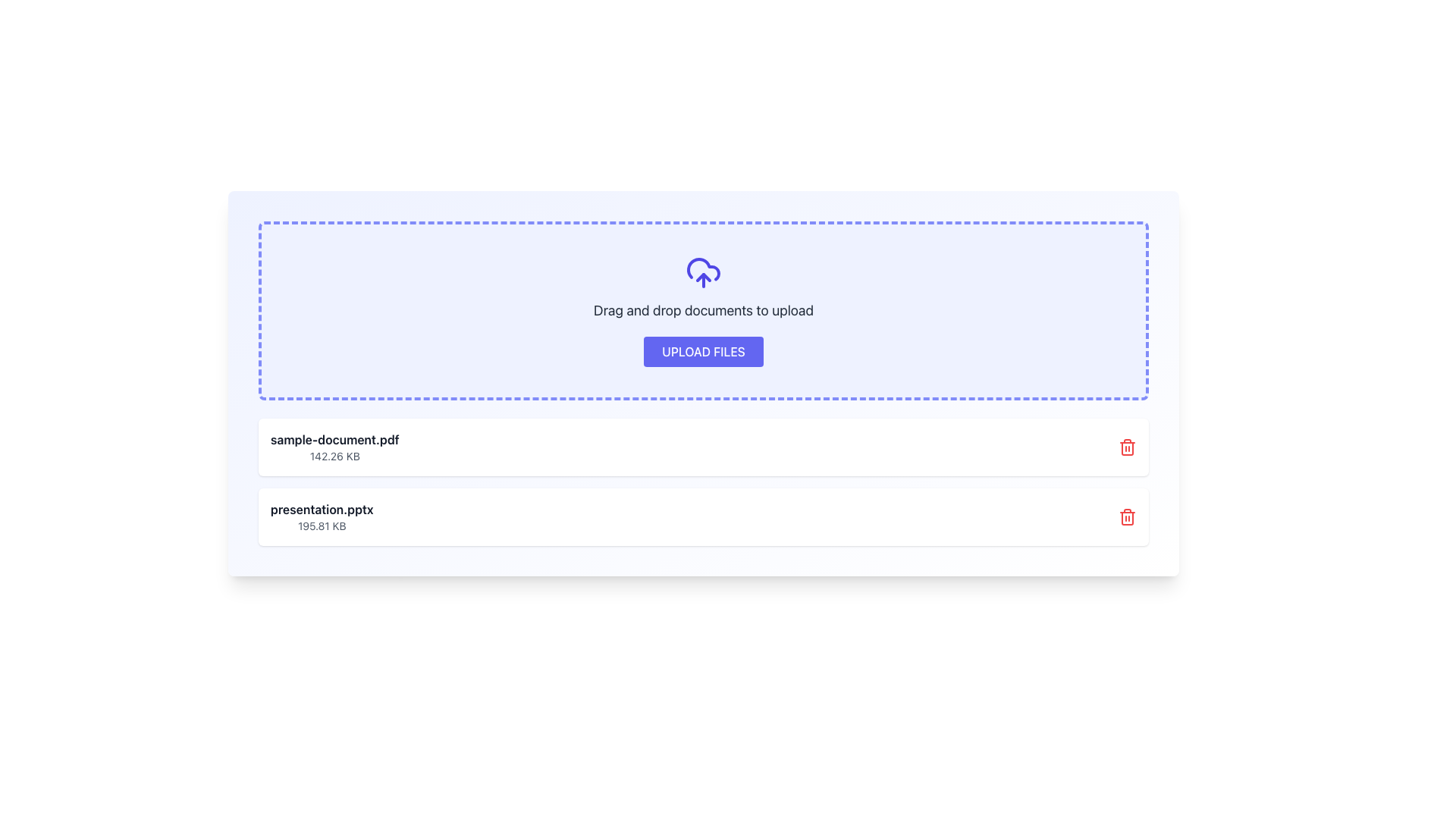  What do you see at coordinates (334, 455) in the screenshot?
I see `the text label displaying the file size '142.26 KB' located directly beneath 'sample-document.pdf'` at bounding box center [334, 455].